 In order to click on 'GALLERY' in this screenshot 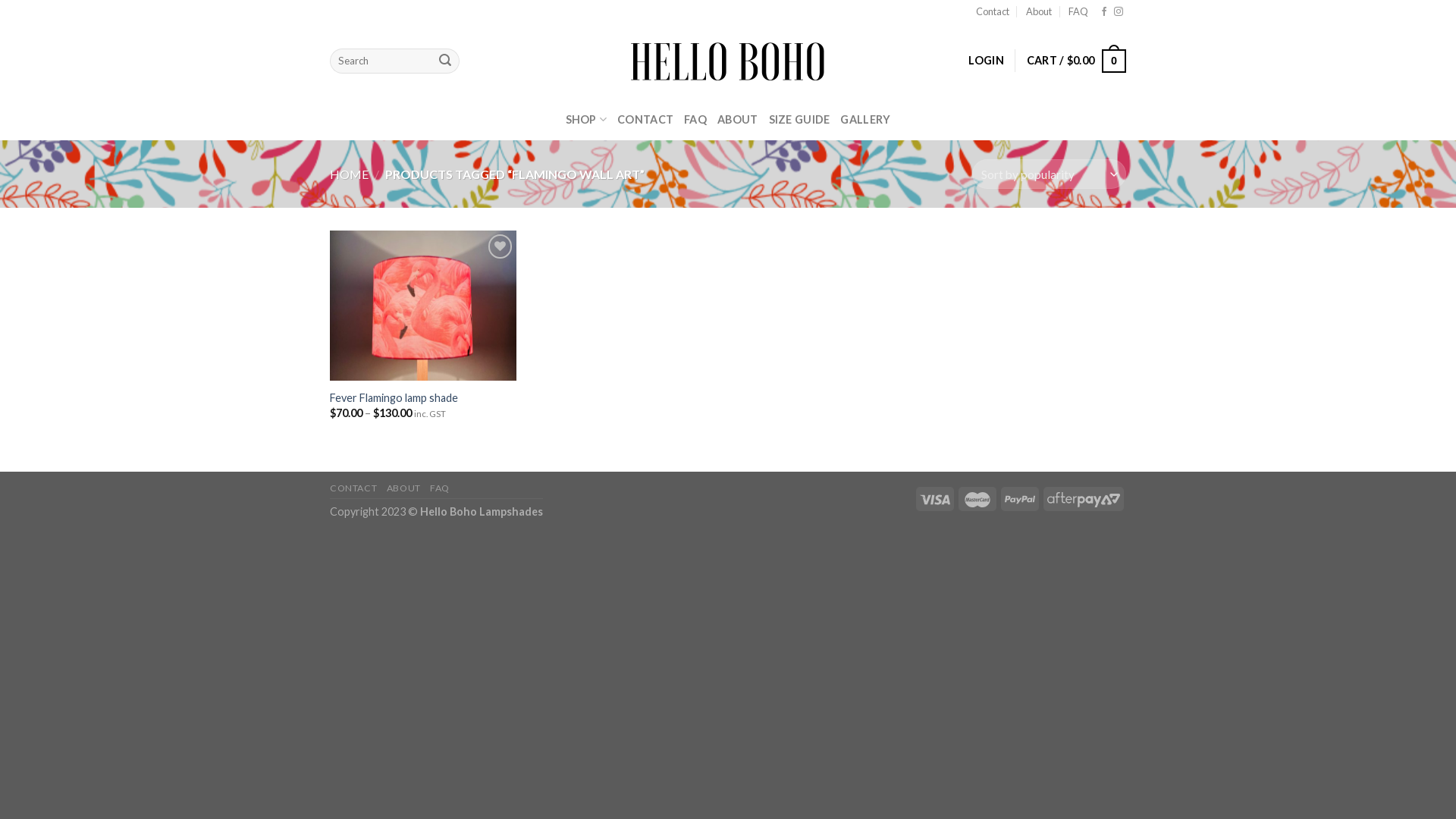, I will do `click(839, 119)`.